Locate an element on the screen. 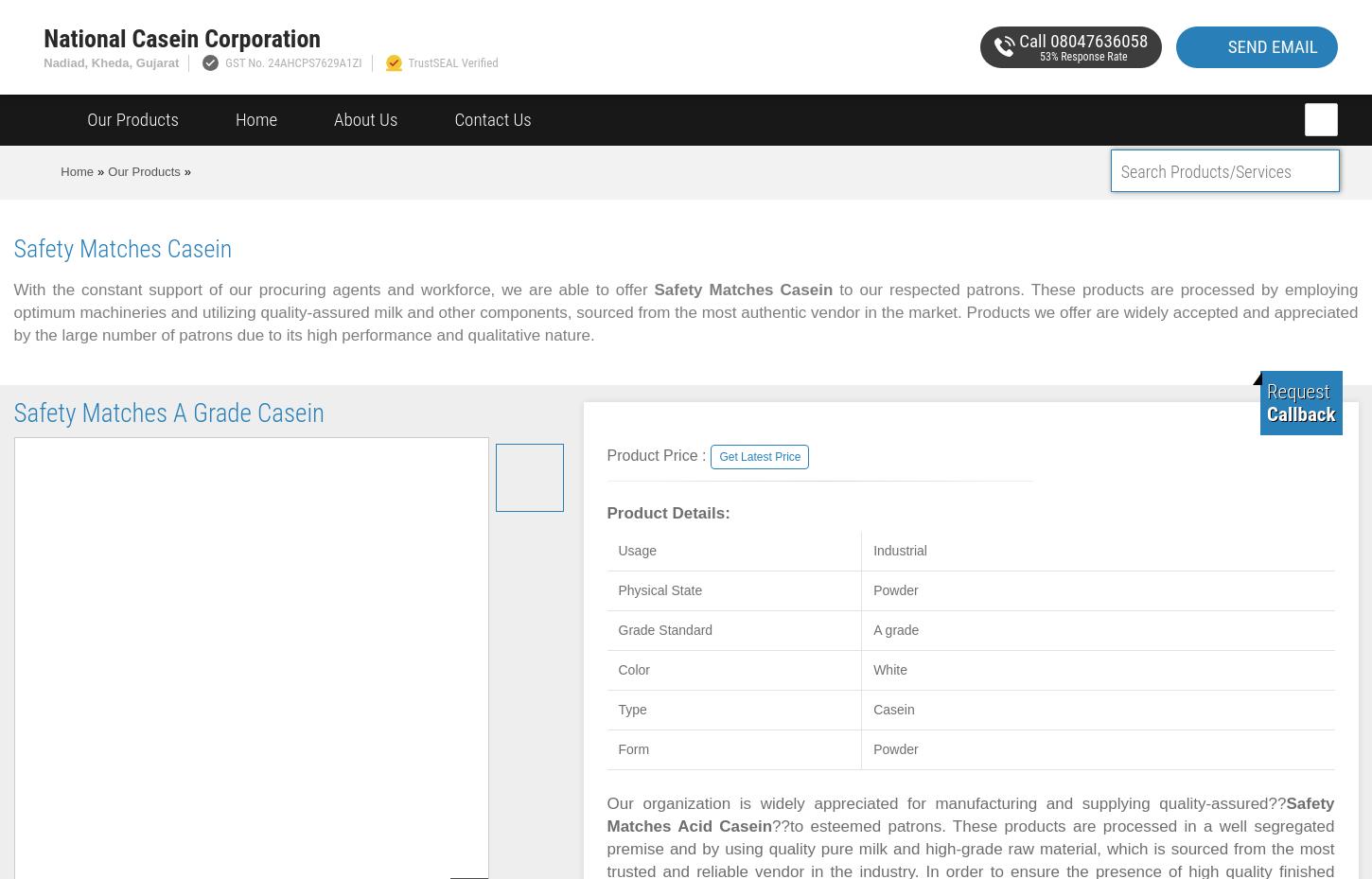  'Color' is located at coordinates (632, 669).